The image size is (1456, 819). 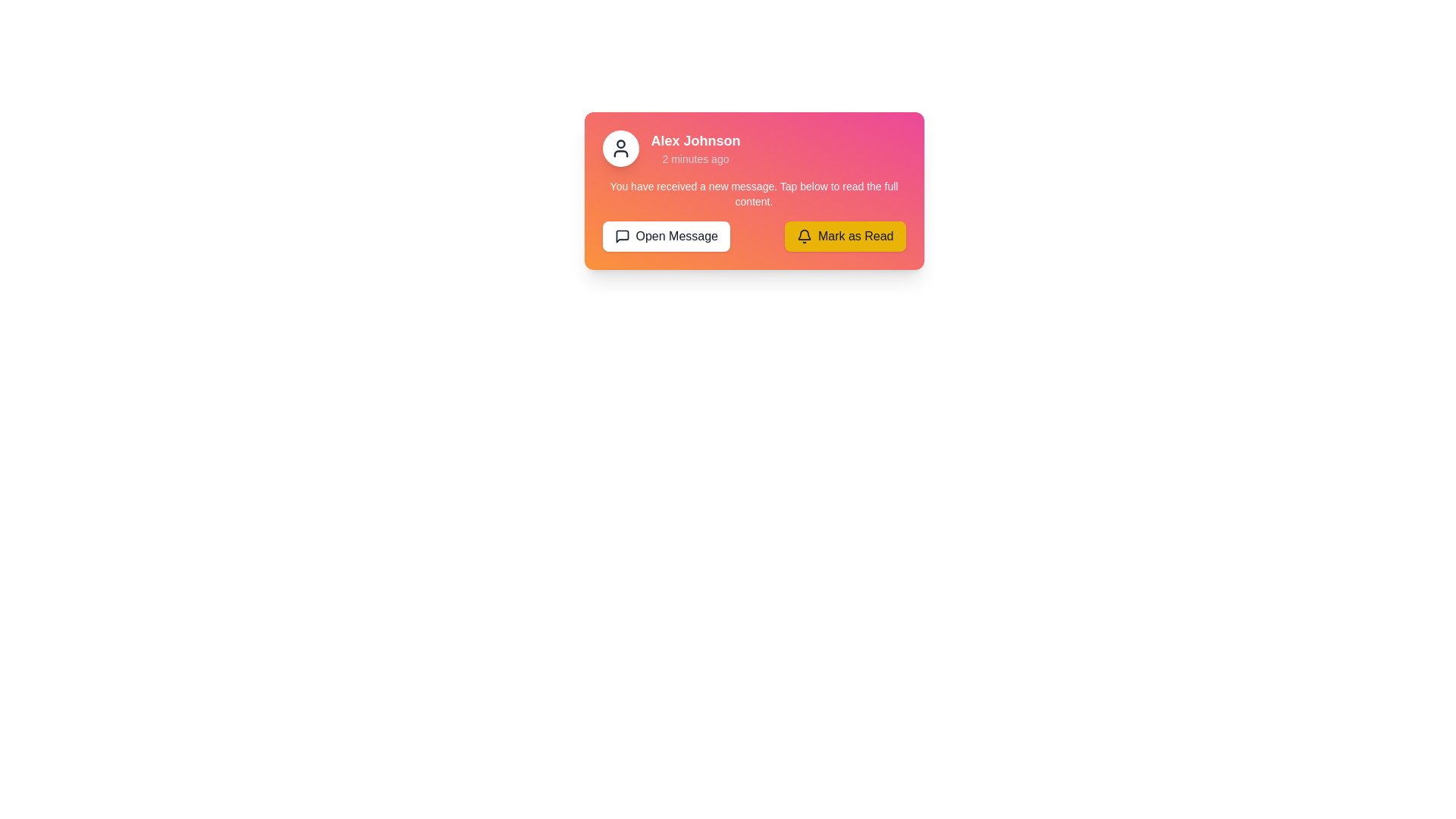 What do you see at coordinates (844, 237) in the screenshot?
I see `the button located at the bottom-right corner of the card-like interface, which marks a notification as read` at bounding box center [844, 237].